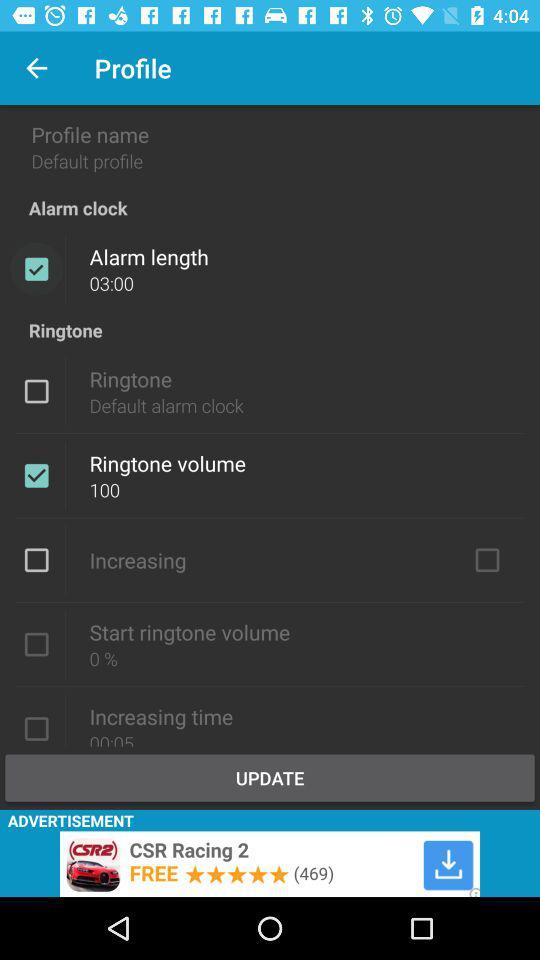 The height and width of the screenshot is (960, 540). Describe the element at coordinates (36, 268) in the screenshot. I see `toggles alarm length` at that location.